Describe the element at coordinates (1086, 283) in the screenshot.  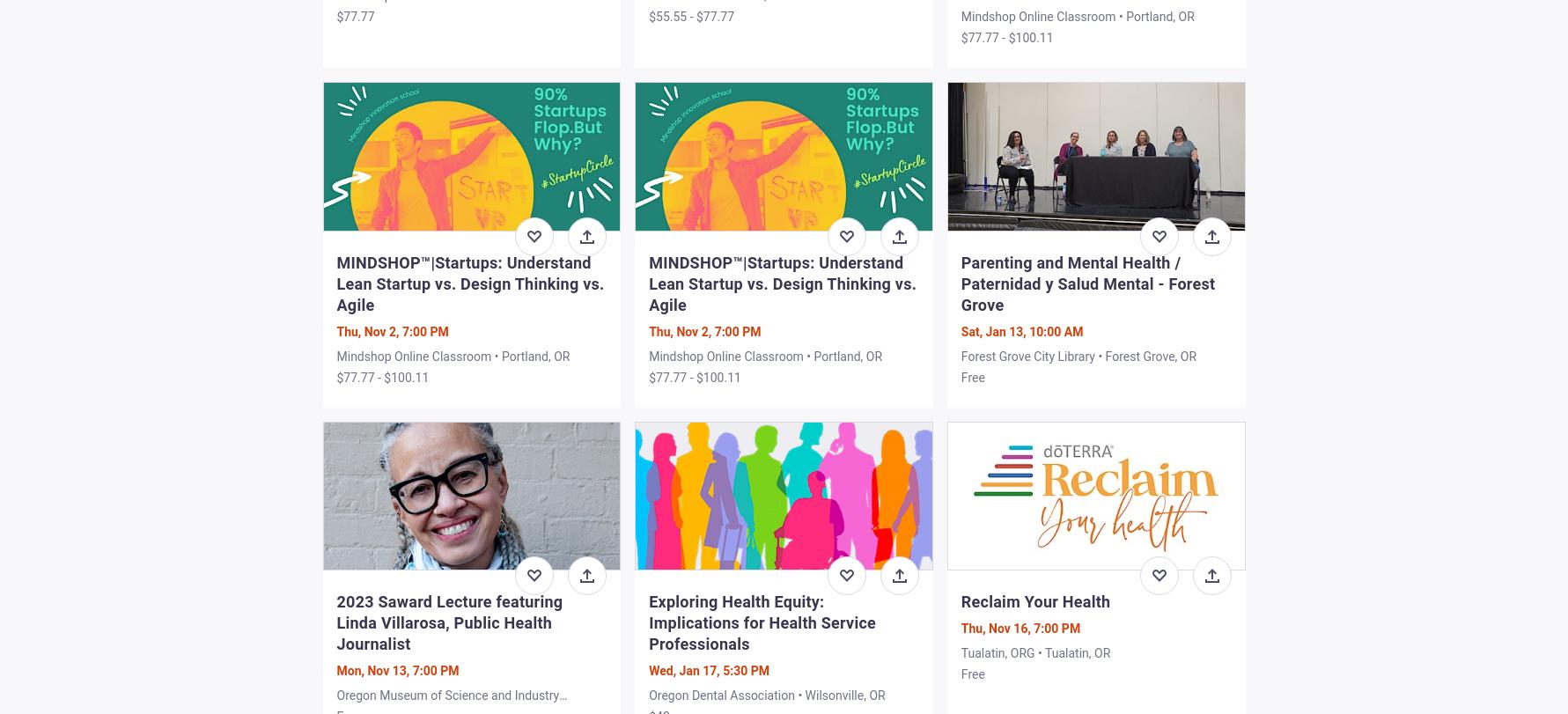
I see `'Parenting and Mental Health / Paternidad y Salud Mental - Forest Grove'` at that location.